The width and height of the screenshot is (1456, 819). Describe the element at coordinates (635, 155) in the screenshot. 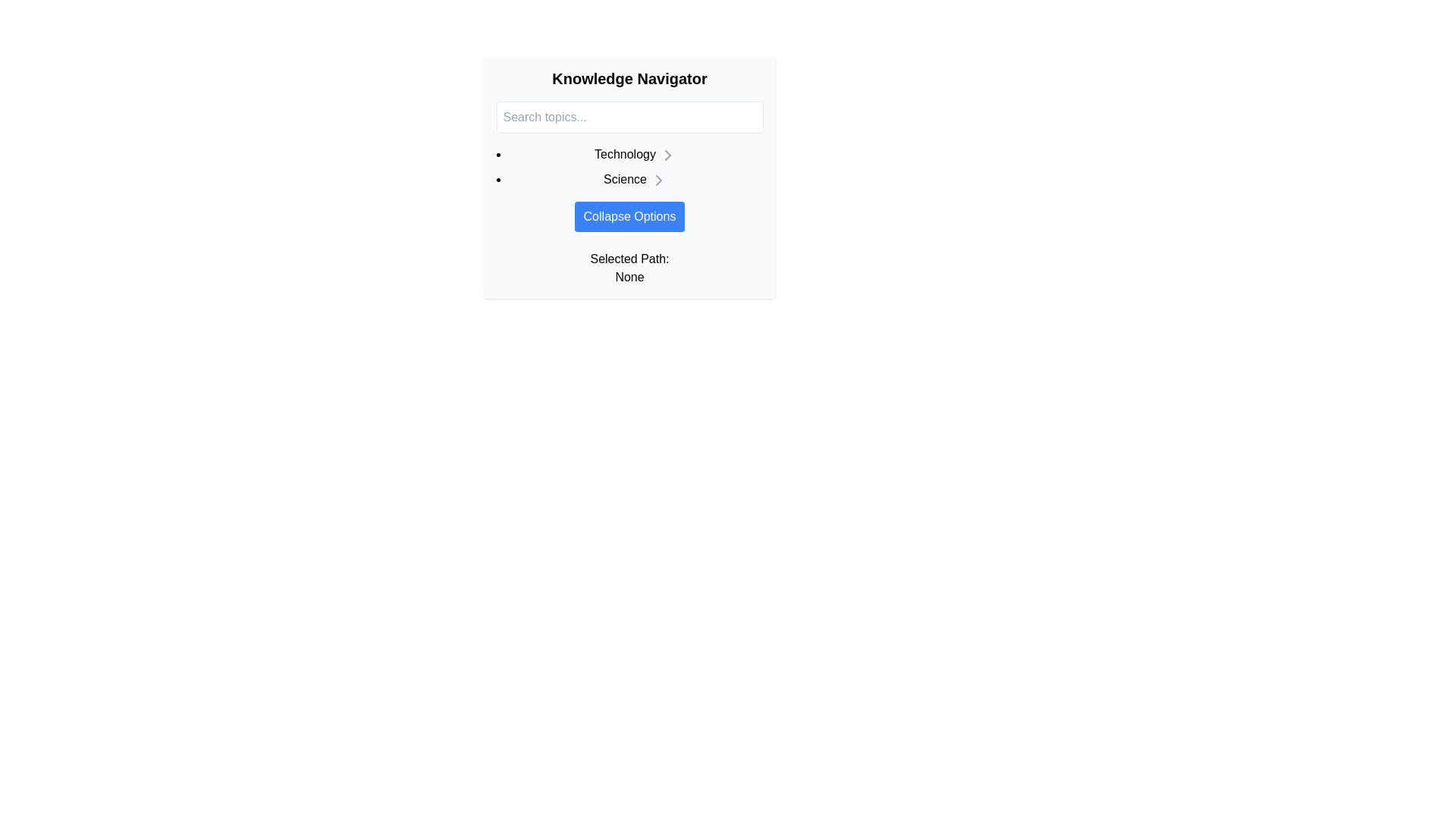

I see `the navigational link labeled 'Technology', which is the first item in a vertical list below the search bar` at that location.